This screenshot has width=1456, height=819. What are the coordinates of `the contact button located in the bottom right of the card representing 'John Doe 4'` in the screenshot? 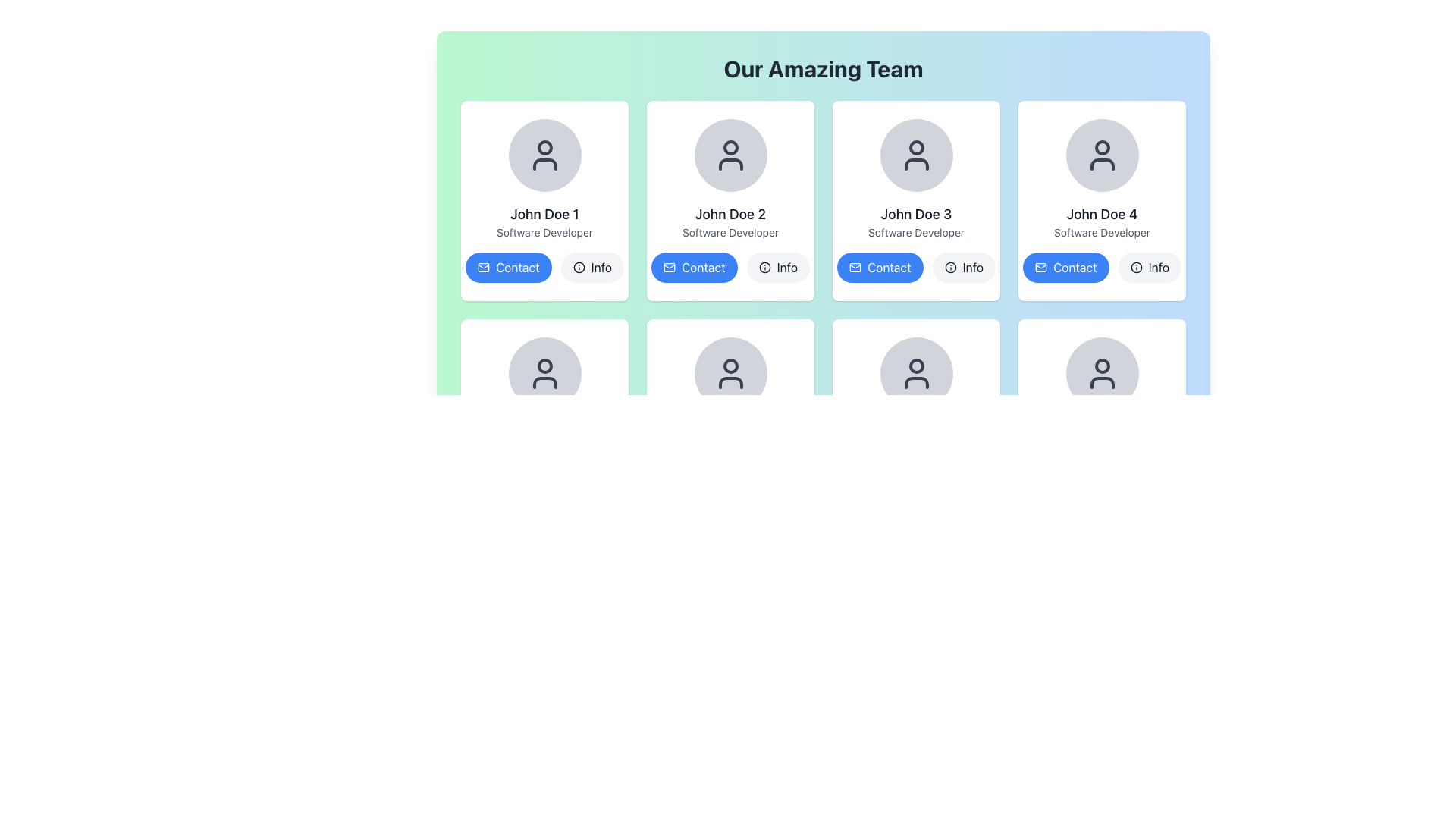 It's located at (1065, 267).